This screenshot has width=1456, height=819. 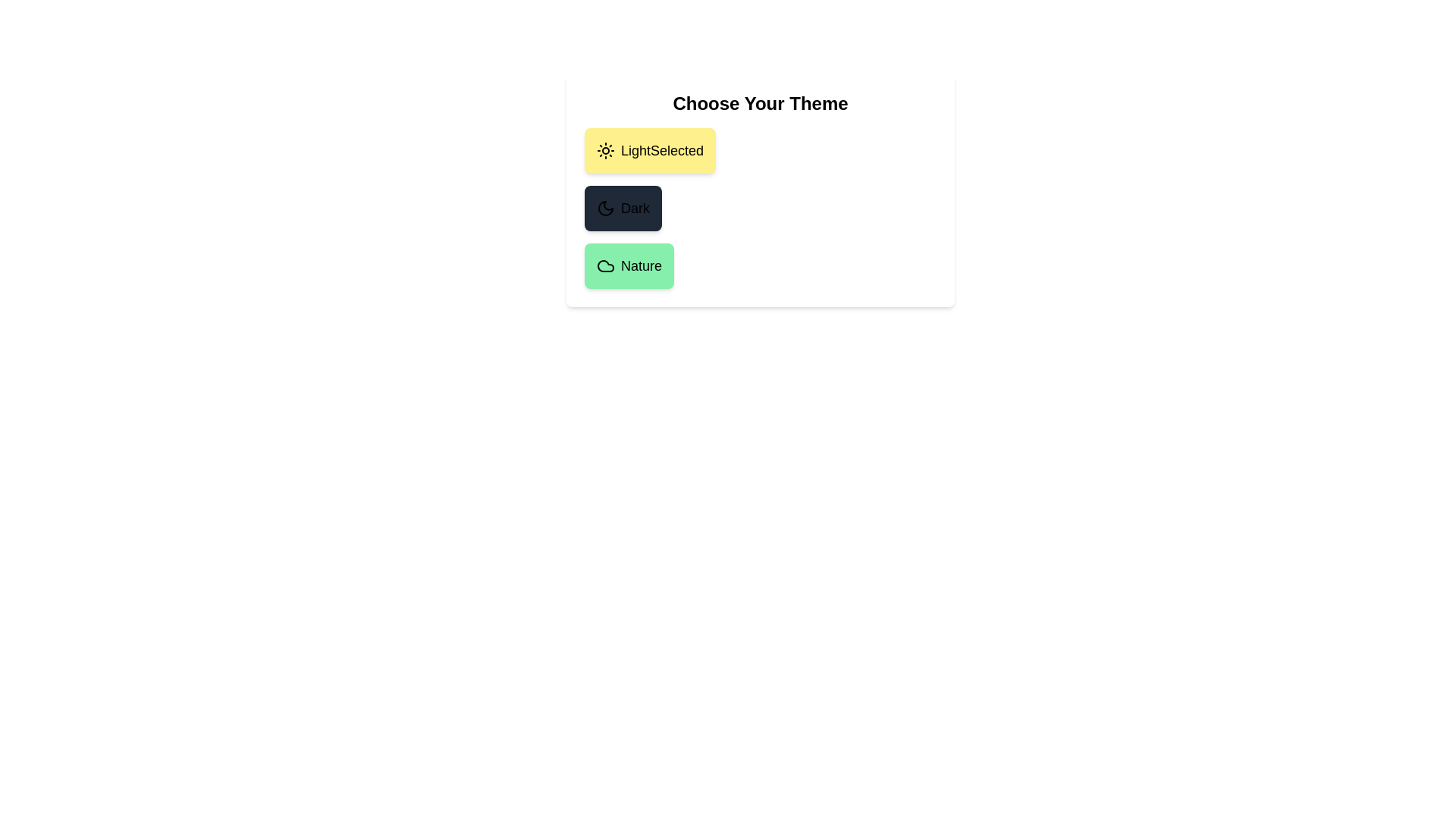 What do you see at coordinates (650, 151) in the screenshot?
I see `the theme Light by clicking on the corresponding button` at bounding box center [650, 151].